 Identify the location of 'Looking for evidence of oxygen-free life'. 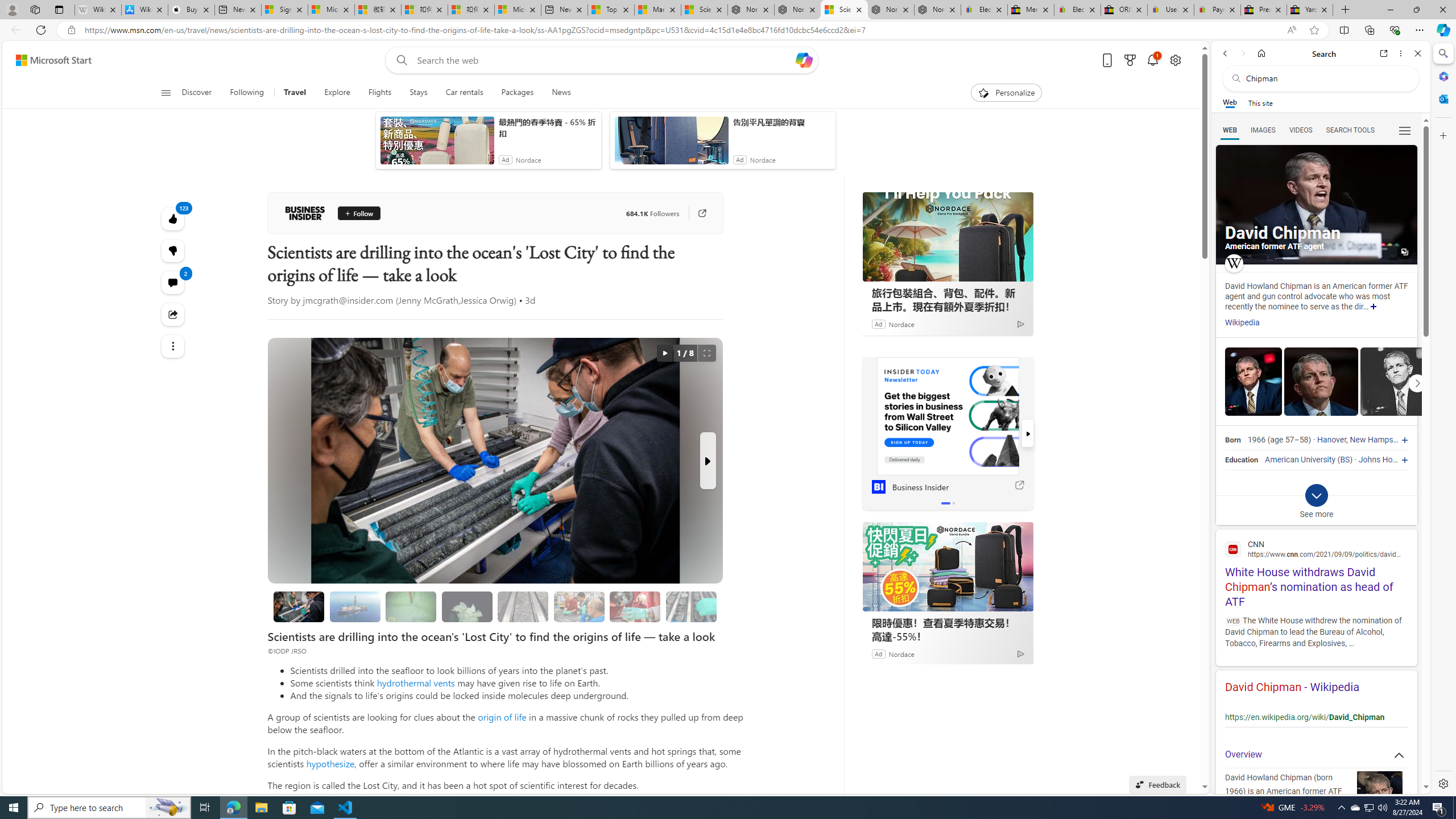
(579, 606).